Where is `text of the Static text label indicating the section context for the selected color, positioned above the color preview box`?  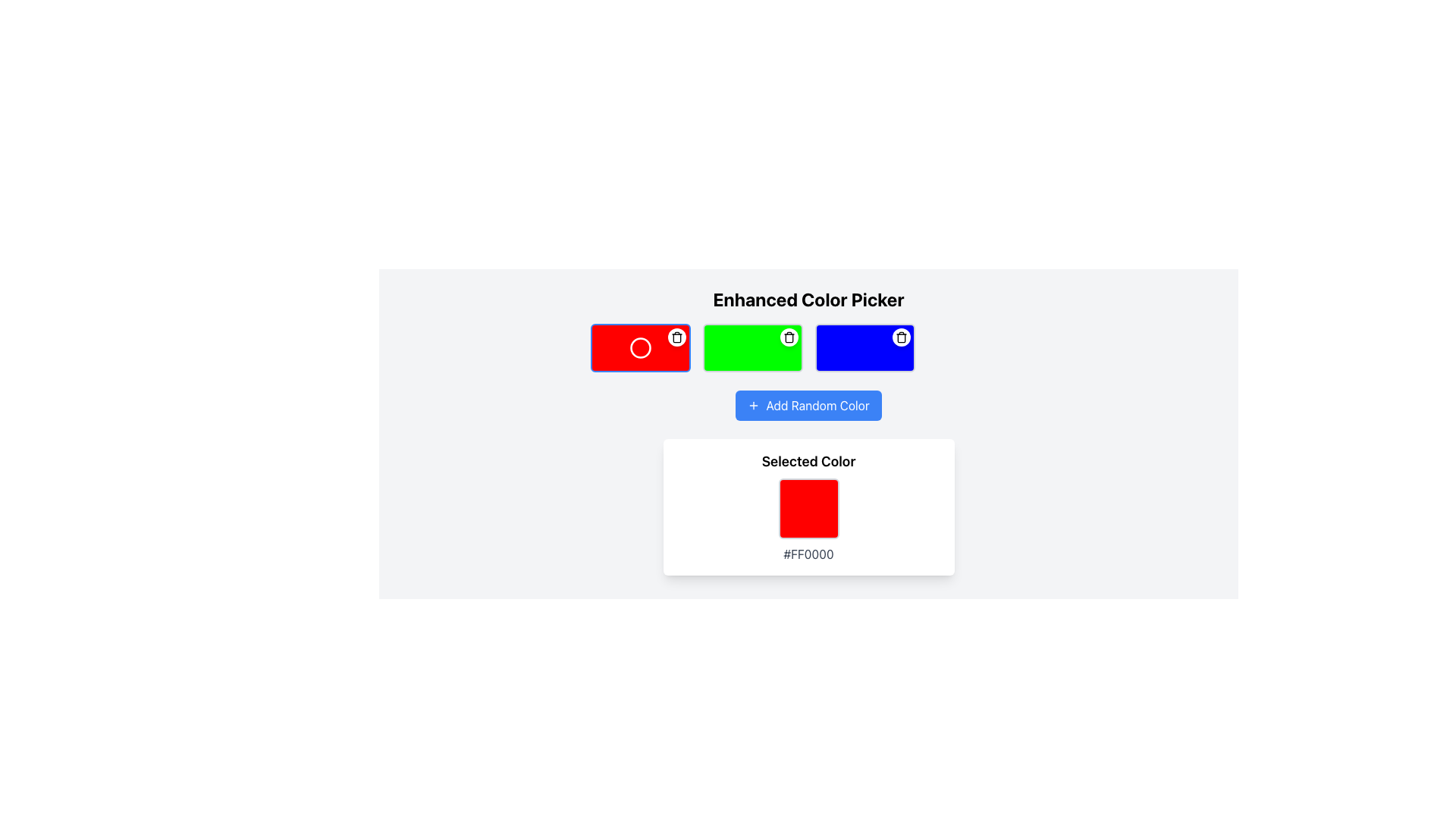
text of the Static text label indicating the section context for the selected color, positioned above the color preview box is located at coordinates (808, 461).